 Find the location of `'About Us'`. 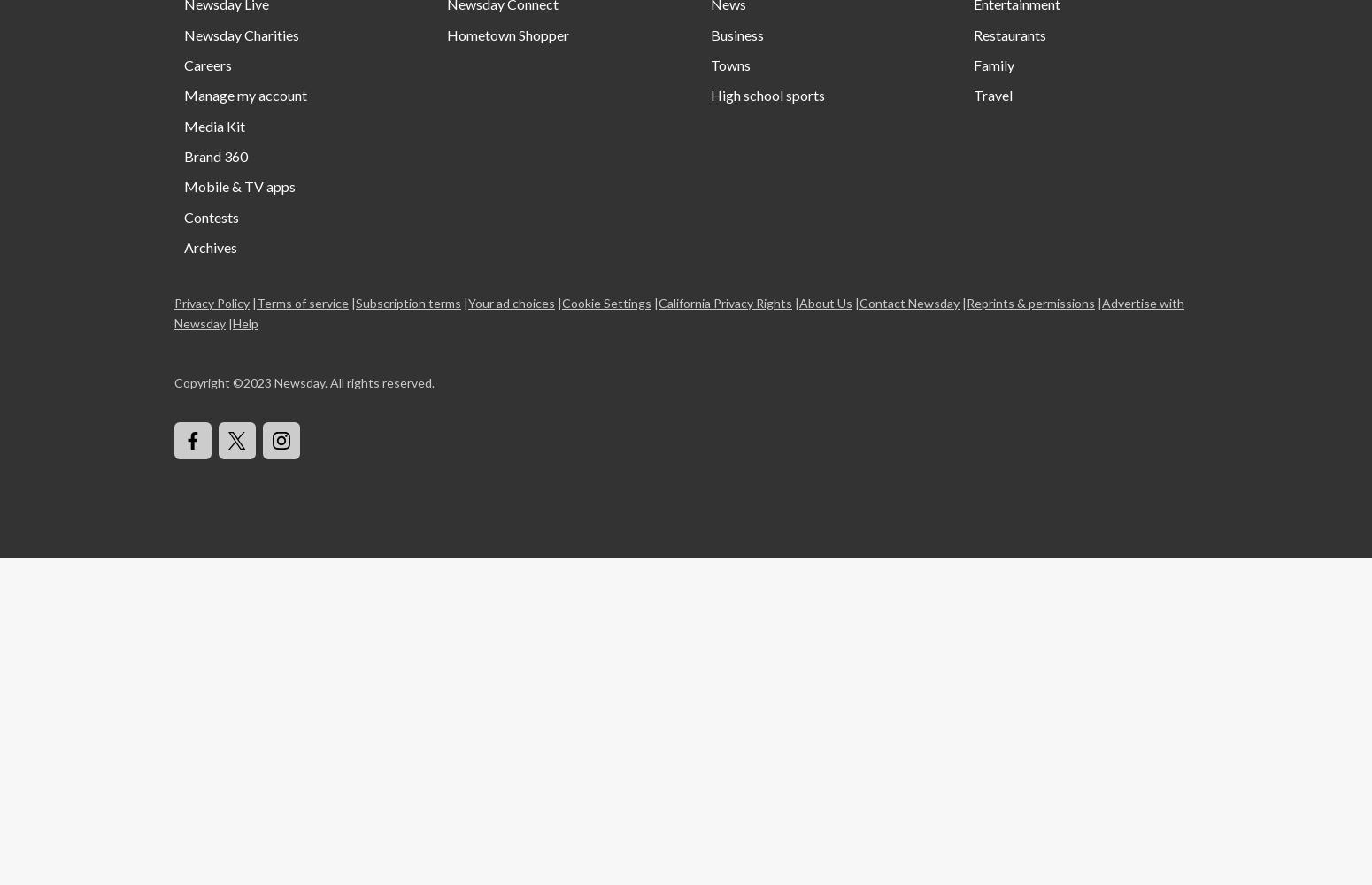

'About Us' is located at coordinates (824, 301).